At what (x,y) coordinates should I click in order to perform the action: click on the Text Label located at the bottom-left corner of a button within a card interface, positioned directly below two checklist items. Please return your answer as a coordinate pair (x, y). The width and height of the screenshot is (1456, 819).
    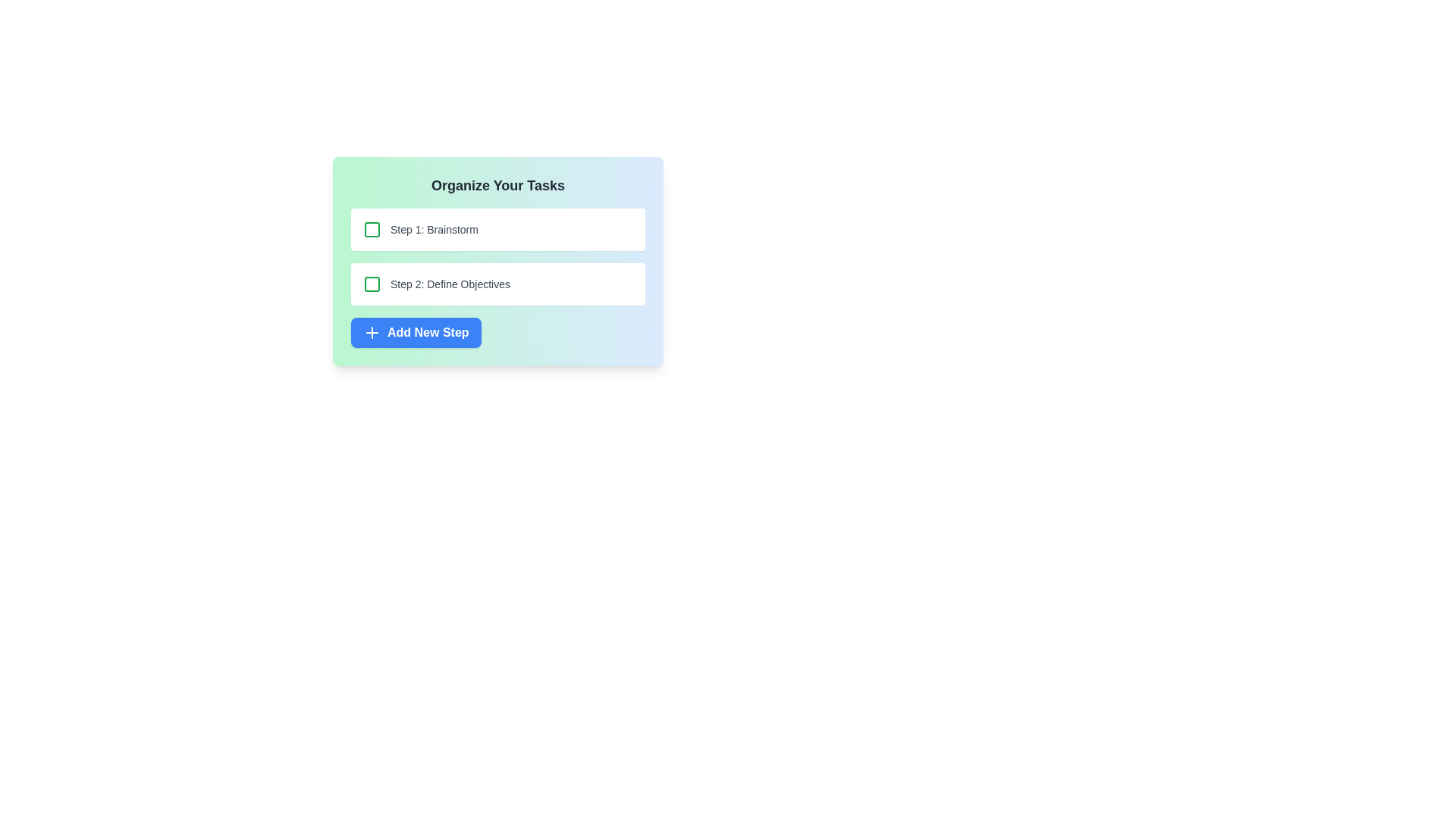
    Looking at the image, I should click on (427, 332).